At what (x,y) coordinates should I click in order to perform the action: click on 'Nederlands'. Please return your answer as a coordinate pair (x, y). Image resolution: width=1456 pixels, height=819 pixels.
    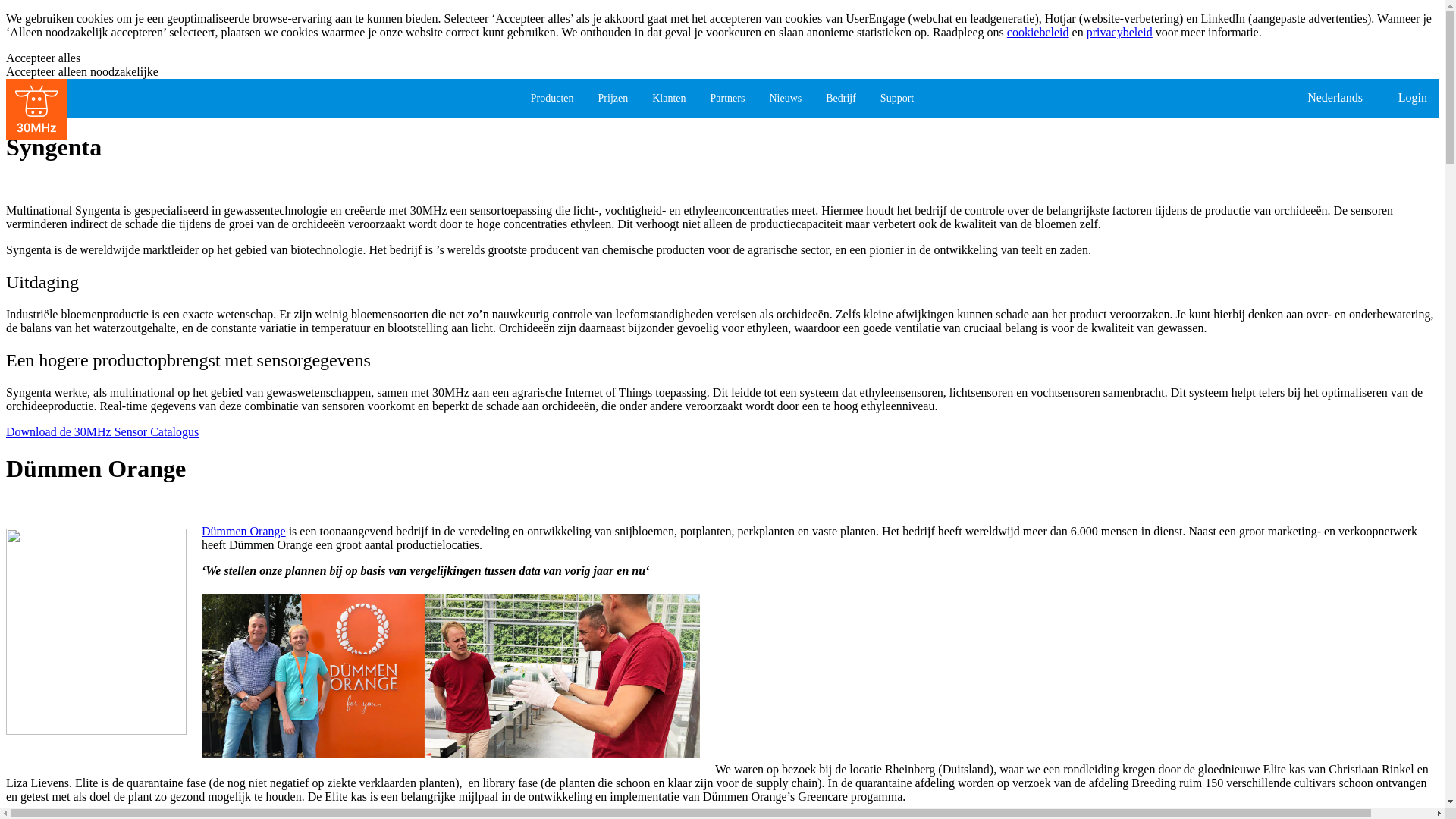
    Looking at the image, I should click on (1335, 97).